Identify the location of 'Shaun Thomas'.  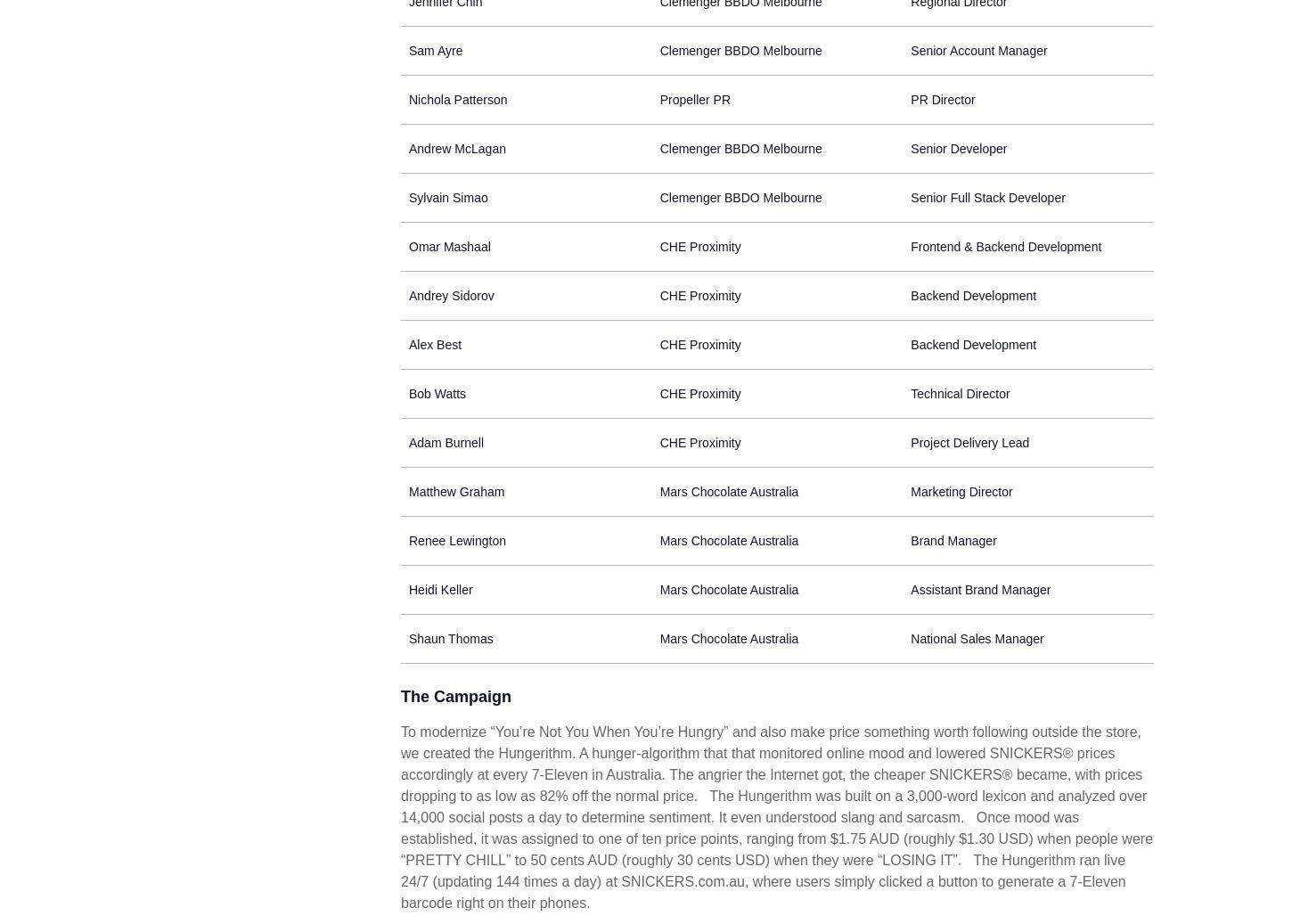
(451, 638).